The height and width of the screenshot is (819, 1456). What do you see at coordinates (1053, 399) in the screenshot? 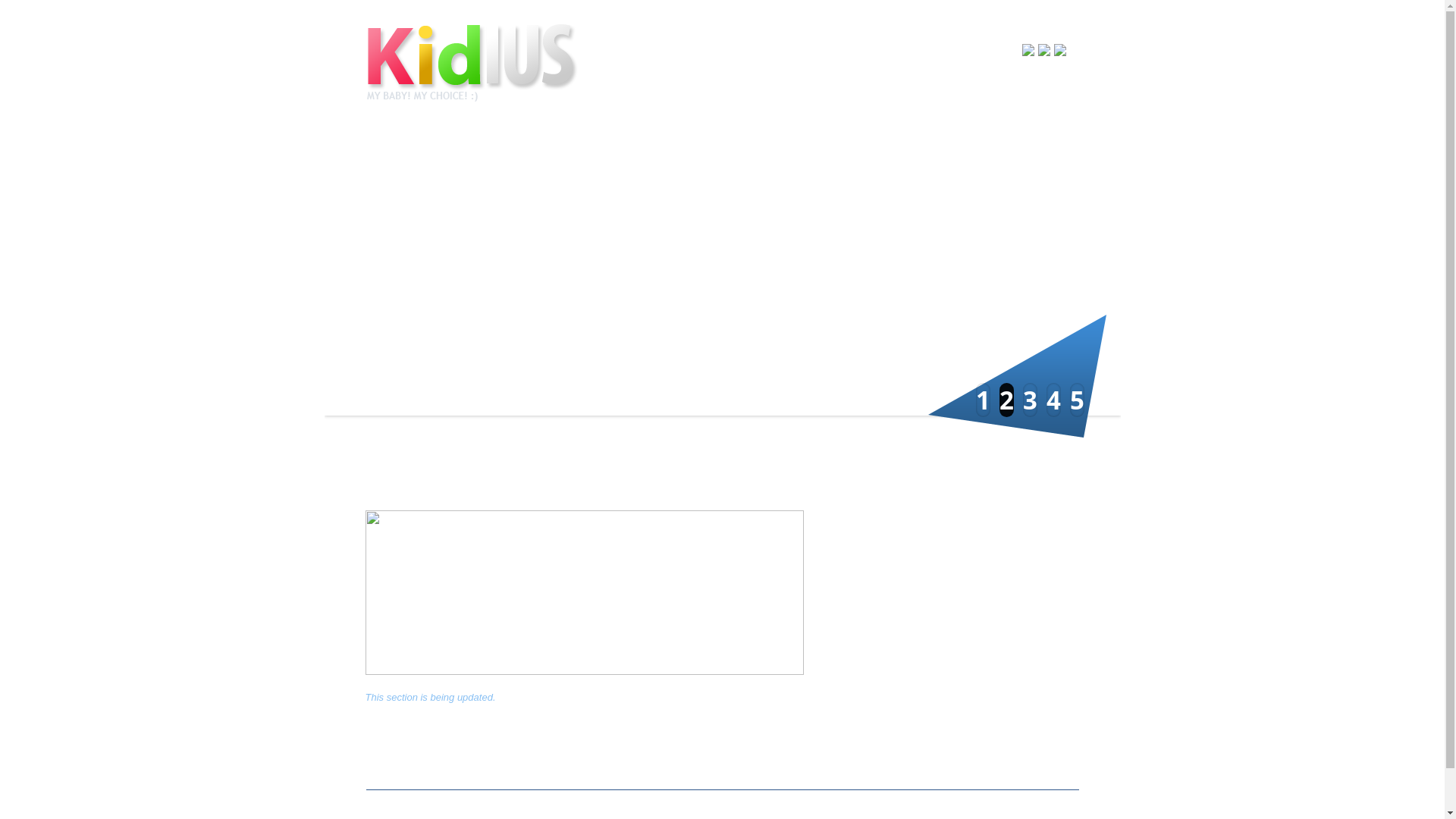
I see `'4'` at bounding box center [1053, 399].